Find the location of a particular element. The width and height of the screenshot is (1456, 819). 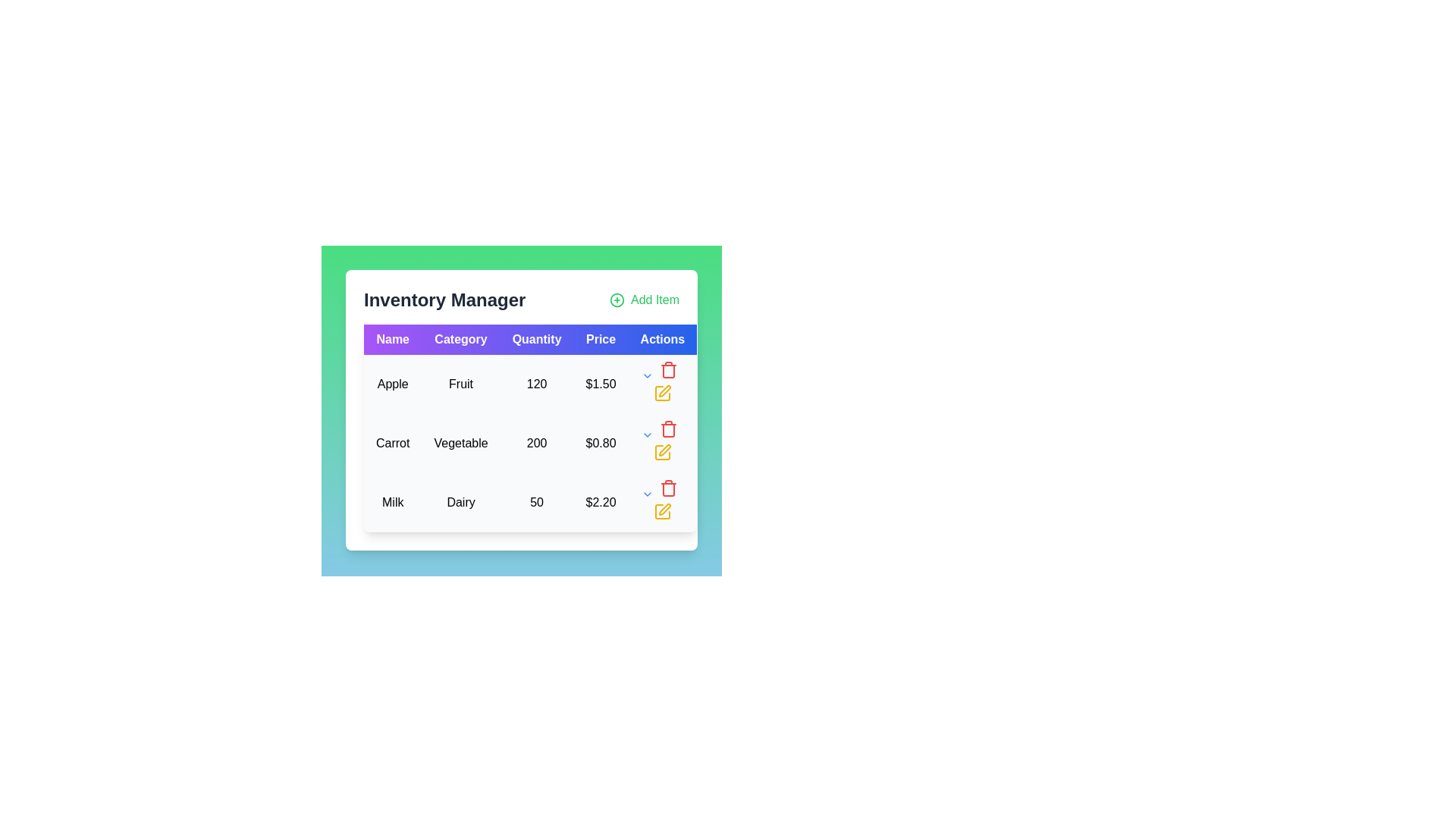

the Dropdown activator icon in the 'Actions' column of the second row to change its color is located at coordinates (647, 435).